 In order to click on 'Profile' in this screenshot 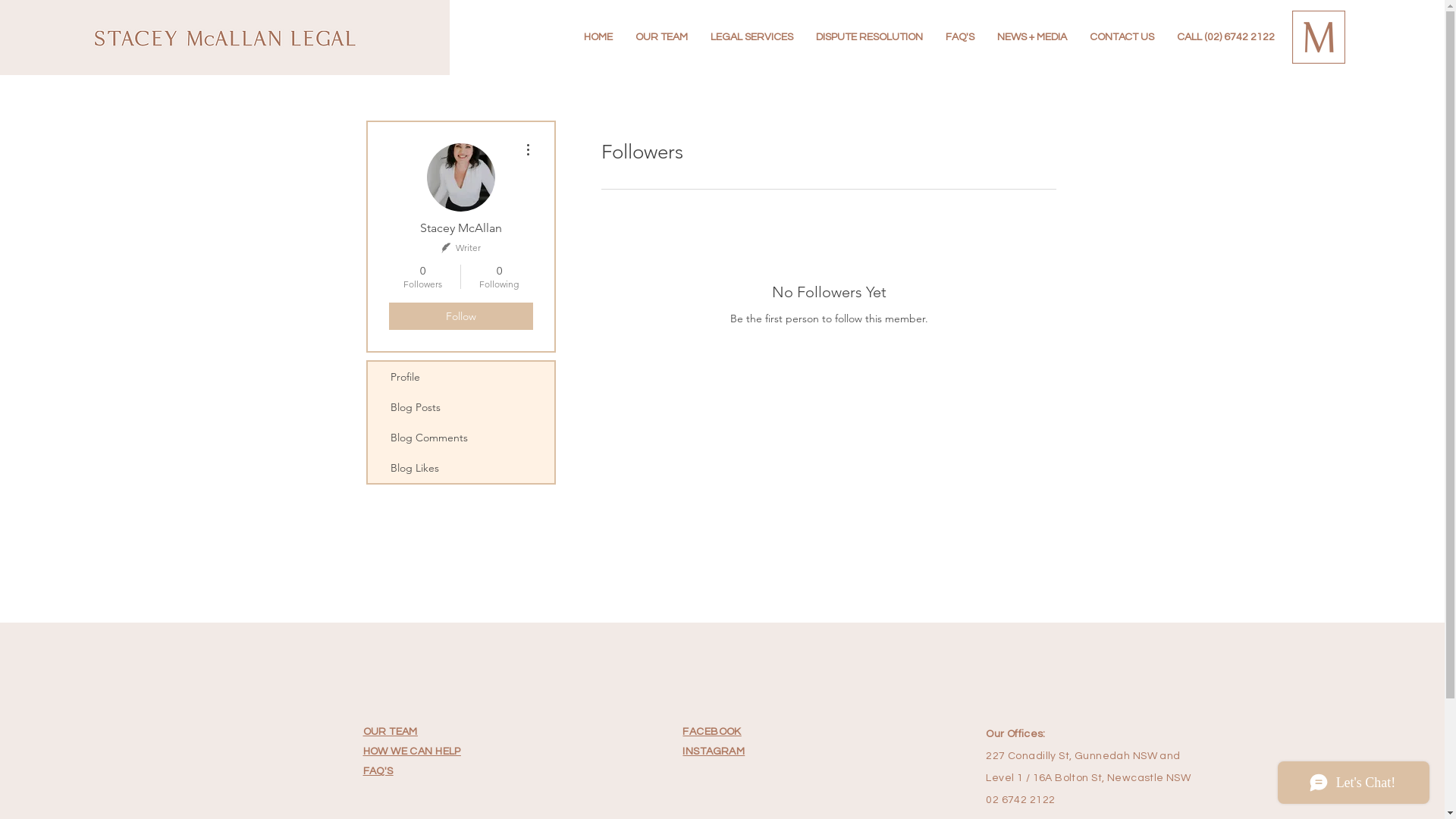, I will do `click(459, 376)`.